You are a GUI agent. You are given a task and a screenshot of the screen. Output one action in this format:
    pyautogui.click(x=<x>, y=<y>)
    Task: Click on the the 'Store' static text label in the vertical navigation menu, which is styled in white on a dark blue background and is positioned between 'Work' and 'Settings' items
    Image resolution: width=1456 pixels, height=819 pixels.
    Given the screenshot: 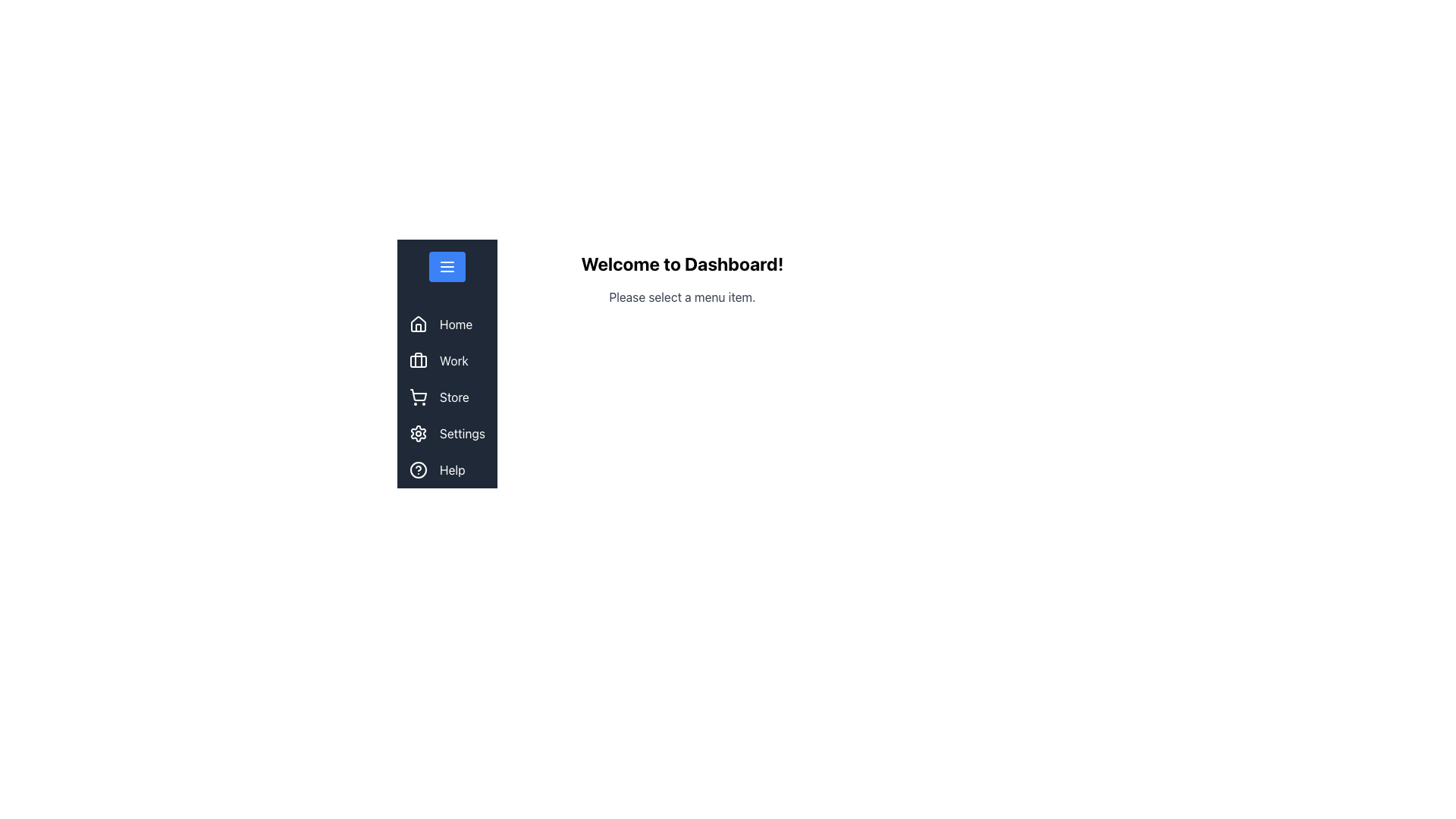 What is the action you would take?
    pyautogui.click(x=453, y=397)
    